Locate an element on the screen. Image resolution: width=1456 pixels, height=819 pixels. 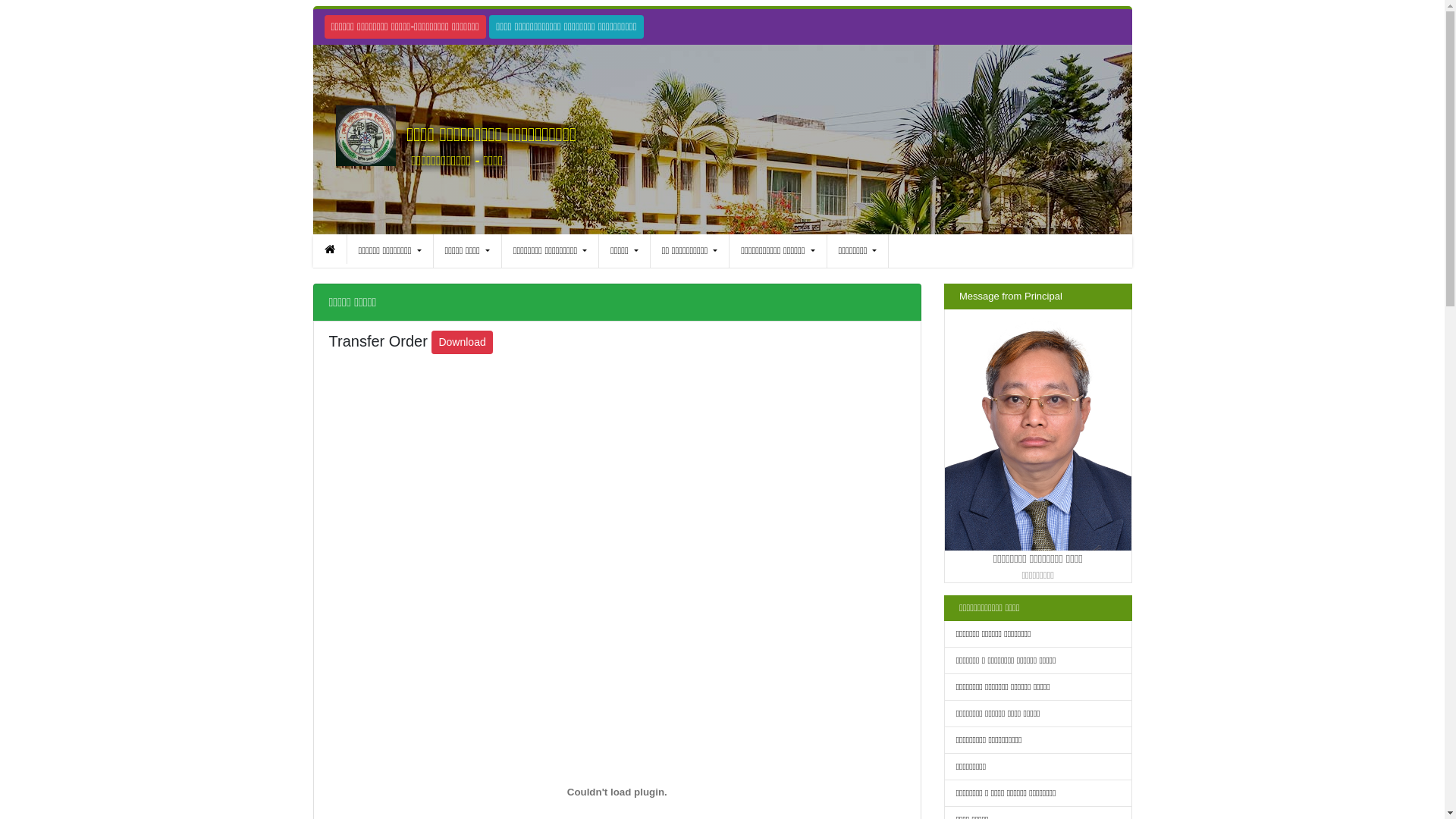
'Download' is located at coordinates (431, 342).